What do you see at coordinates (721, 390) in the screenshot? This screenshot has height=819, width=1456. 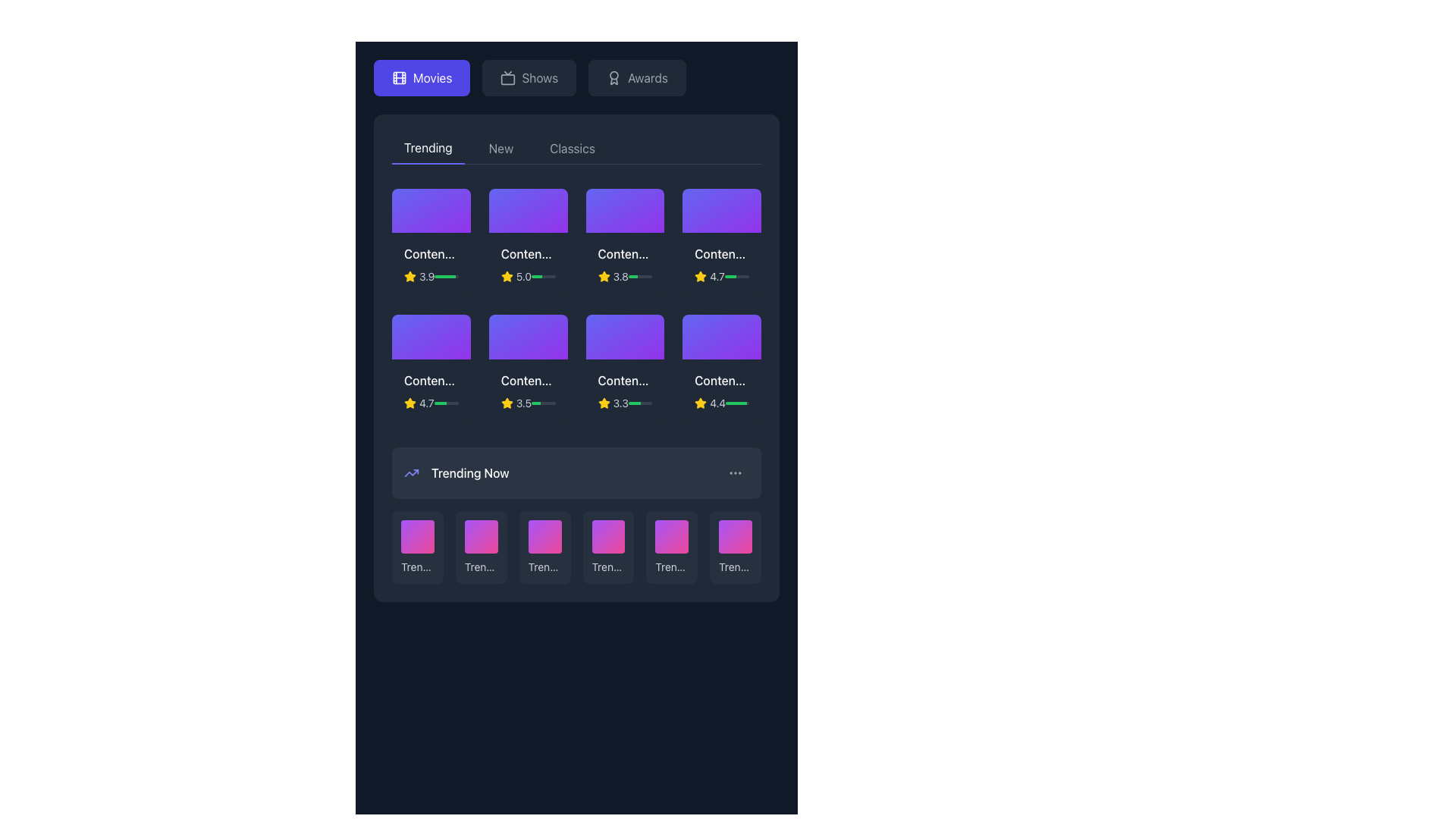 I see `the Informational card located in the third row, fourth column of the grid layout under the 'Trending' category` at bounding box center [721, 390].